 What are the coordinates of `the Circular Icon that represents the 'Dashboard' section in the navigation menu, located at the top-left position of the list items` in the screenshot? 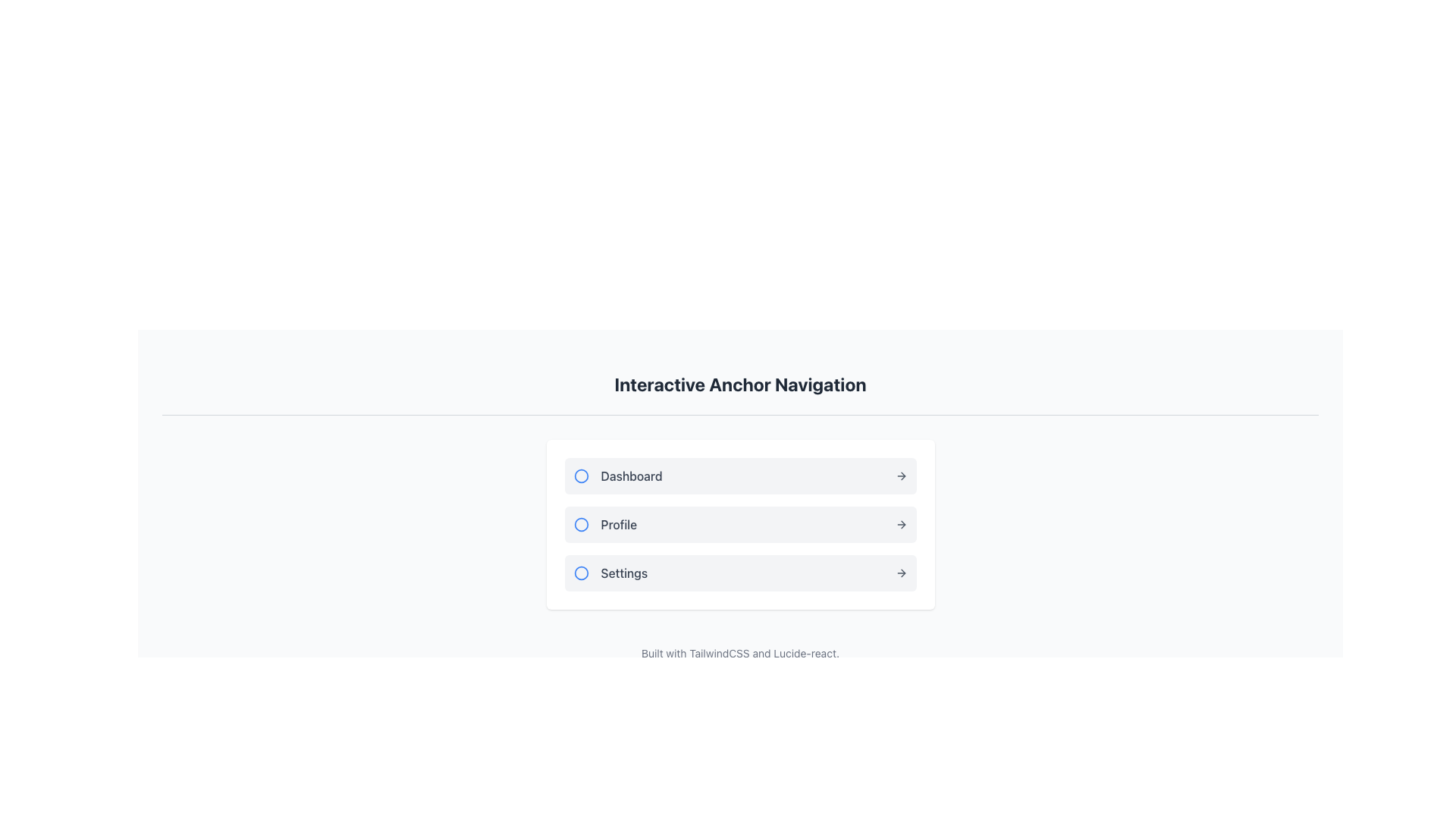 It's located at (580, 475).